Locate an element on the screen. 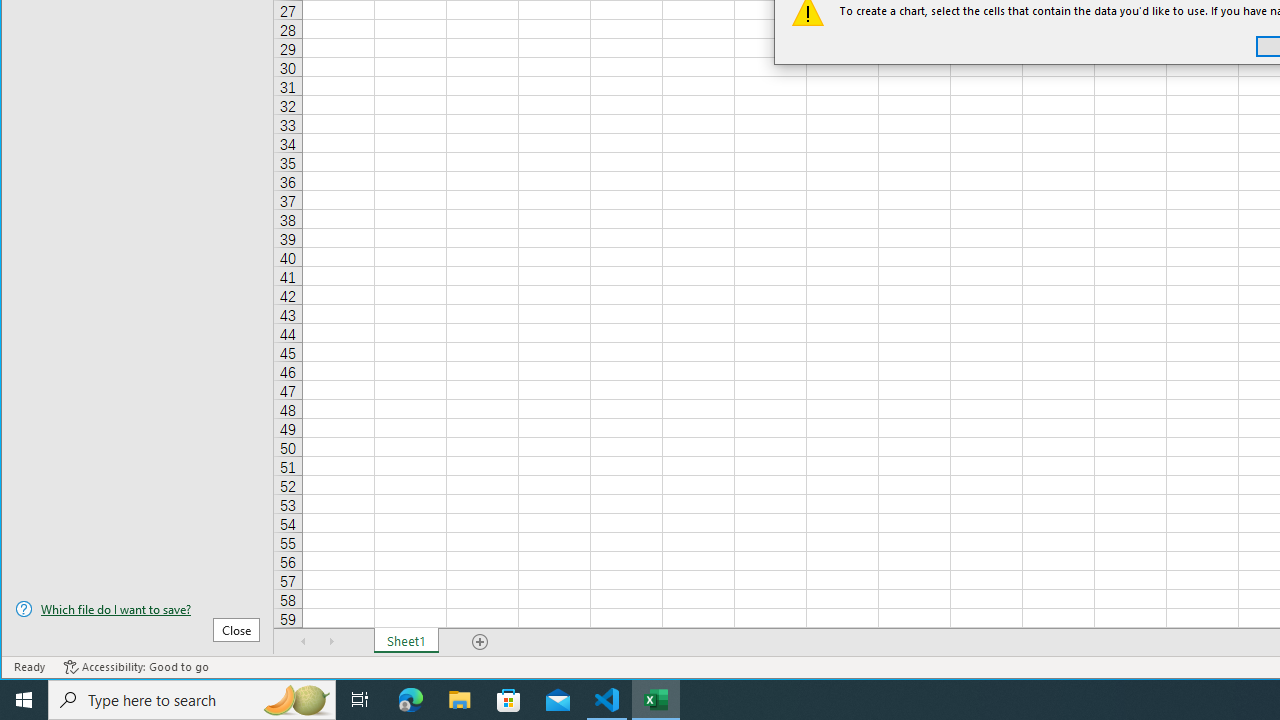 This screenshot has width=1280, height=720. 'Microsoft Edge' is located at coordinates (410, 698).